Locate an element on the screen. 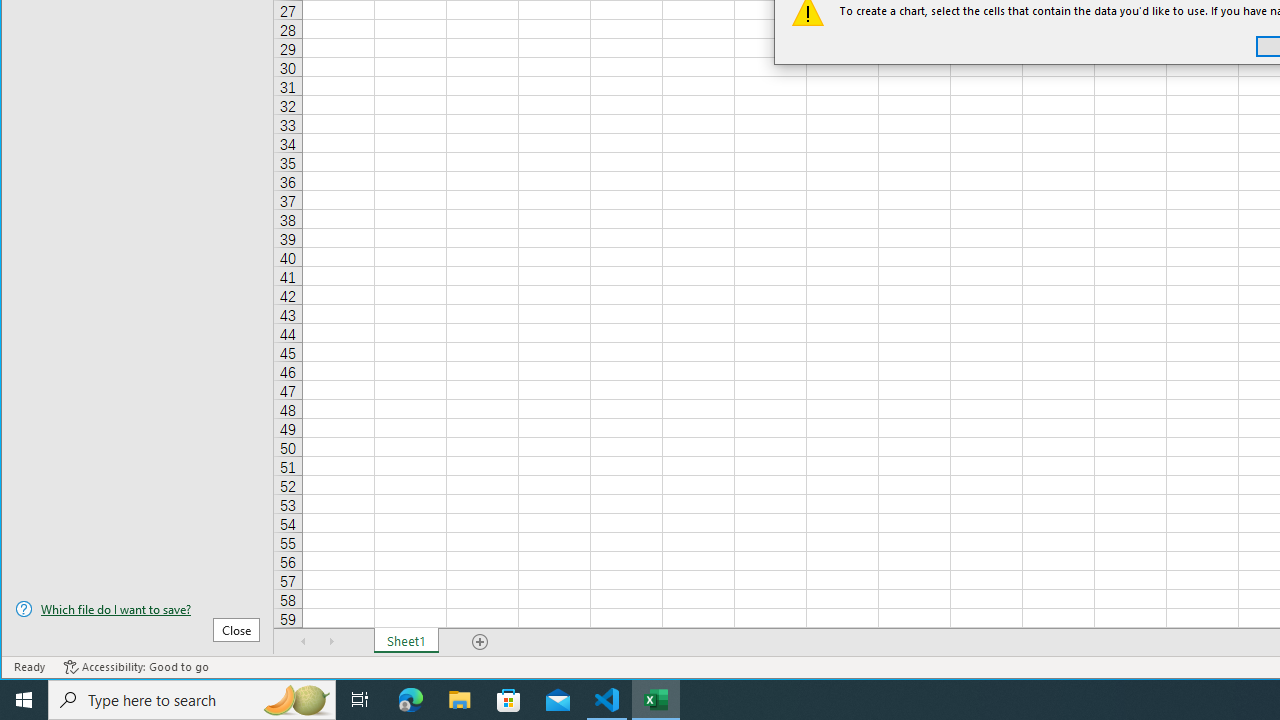 This screenshot has width=1280, height=720. 'Microsoft Edge' is located at coordinates (410, 698).